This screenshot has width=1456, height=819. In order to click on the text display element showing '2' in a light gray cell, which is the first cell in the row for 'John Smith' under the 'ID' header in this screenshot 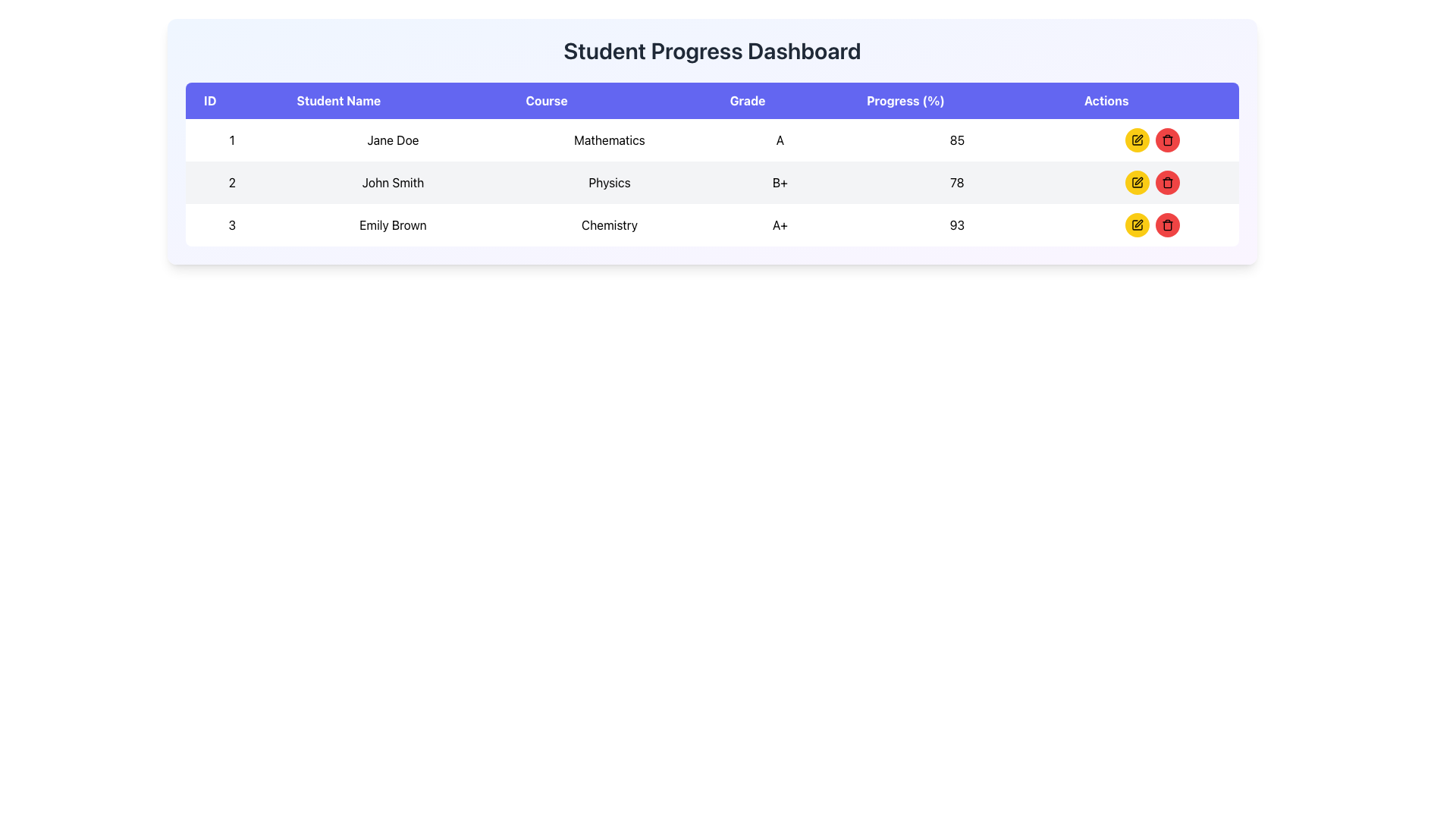, I will do `click(231, 181)`.